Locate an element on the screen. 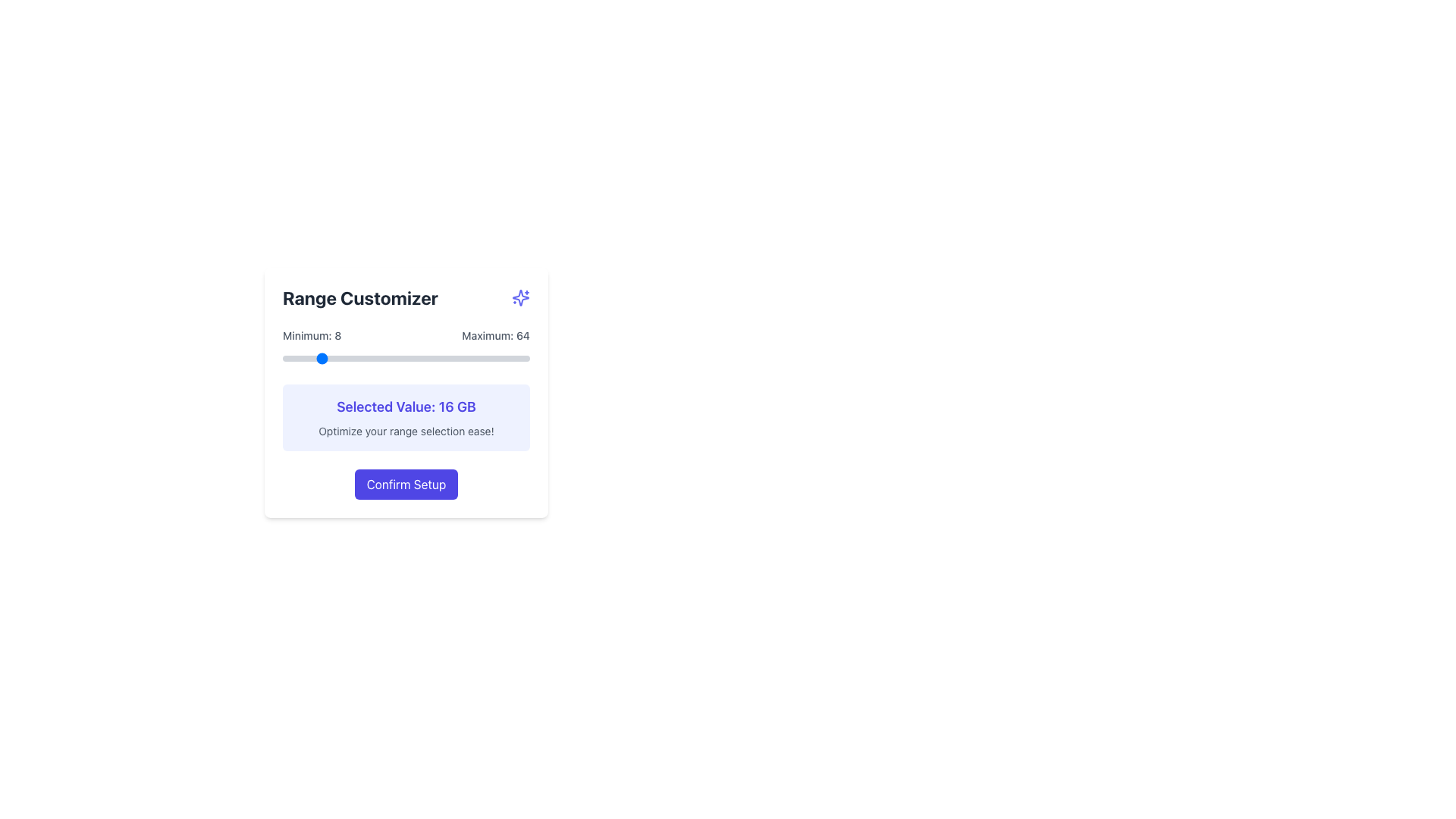 The height and width of the screenshot is (819, 1456). the slider value is located at coordinates (393, 359).